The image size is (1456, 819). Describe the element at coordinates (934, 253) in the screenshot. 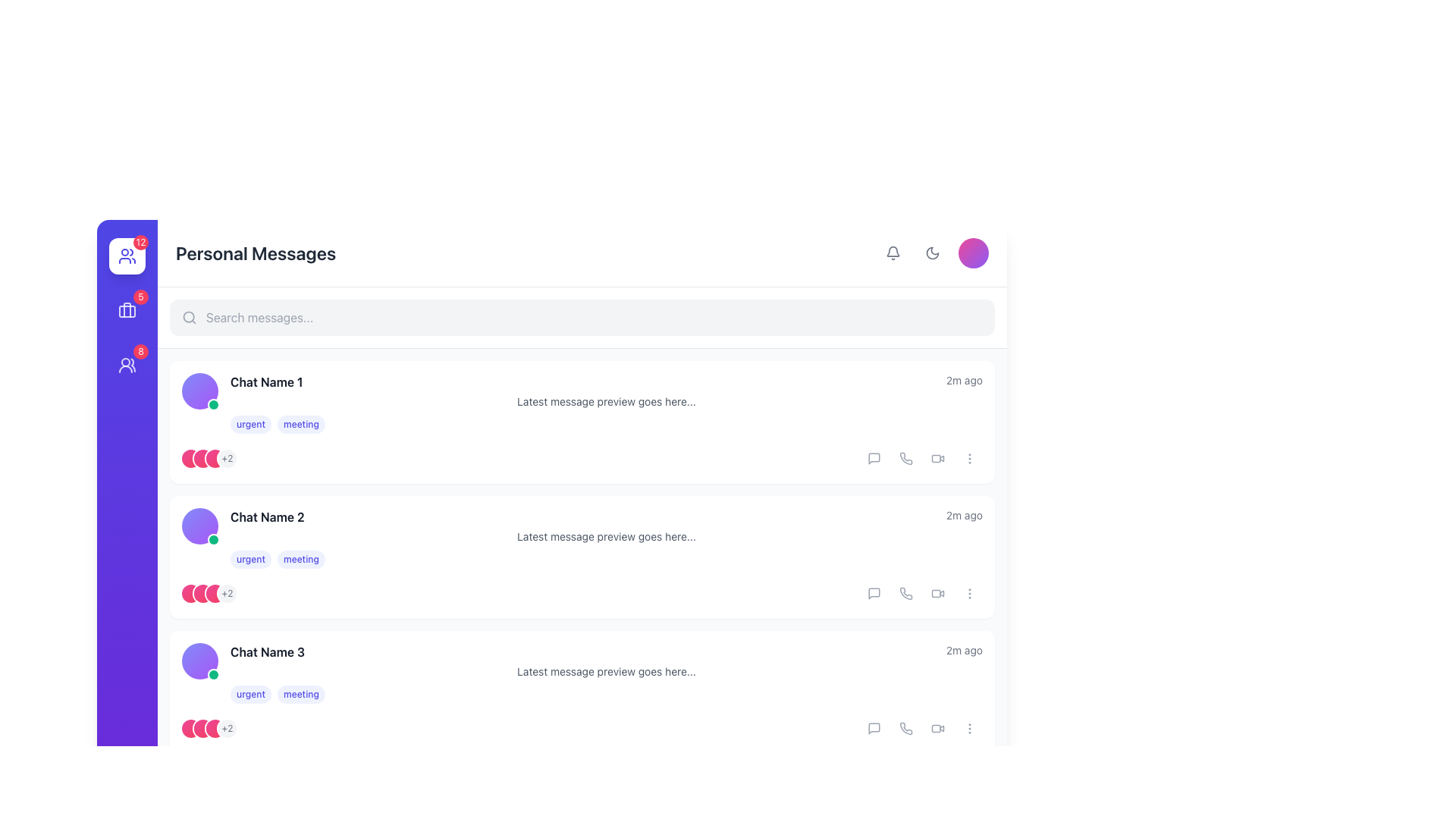

I see `the theme switcher icon button located in the top-right corner of the 'Personal Messages' section to potentially see a tooltip` at that location.